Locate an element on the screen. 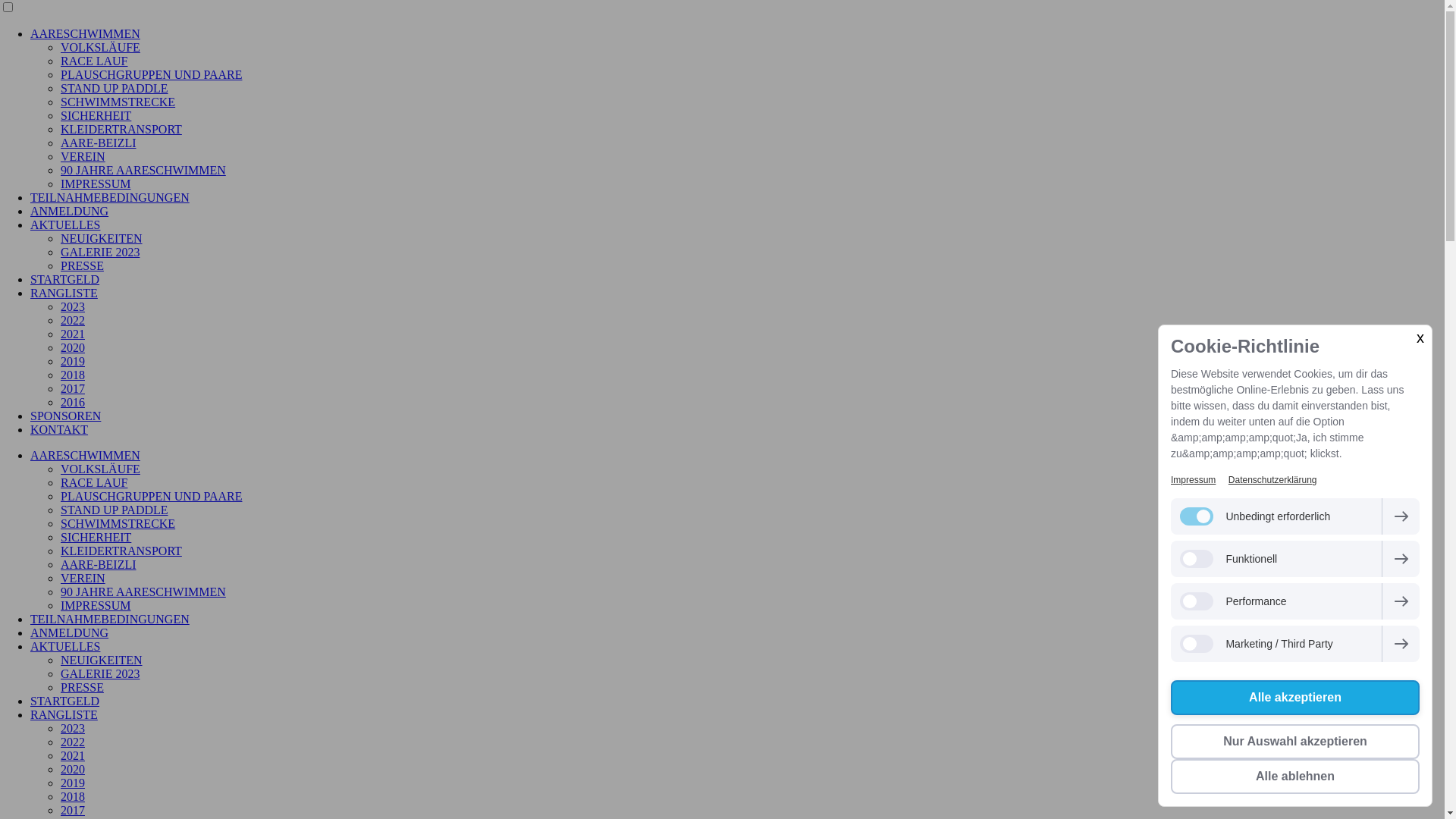  'VEREIN' is located at coordinates (82, 578).